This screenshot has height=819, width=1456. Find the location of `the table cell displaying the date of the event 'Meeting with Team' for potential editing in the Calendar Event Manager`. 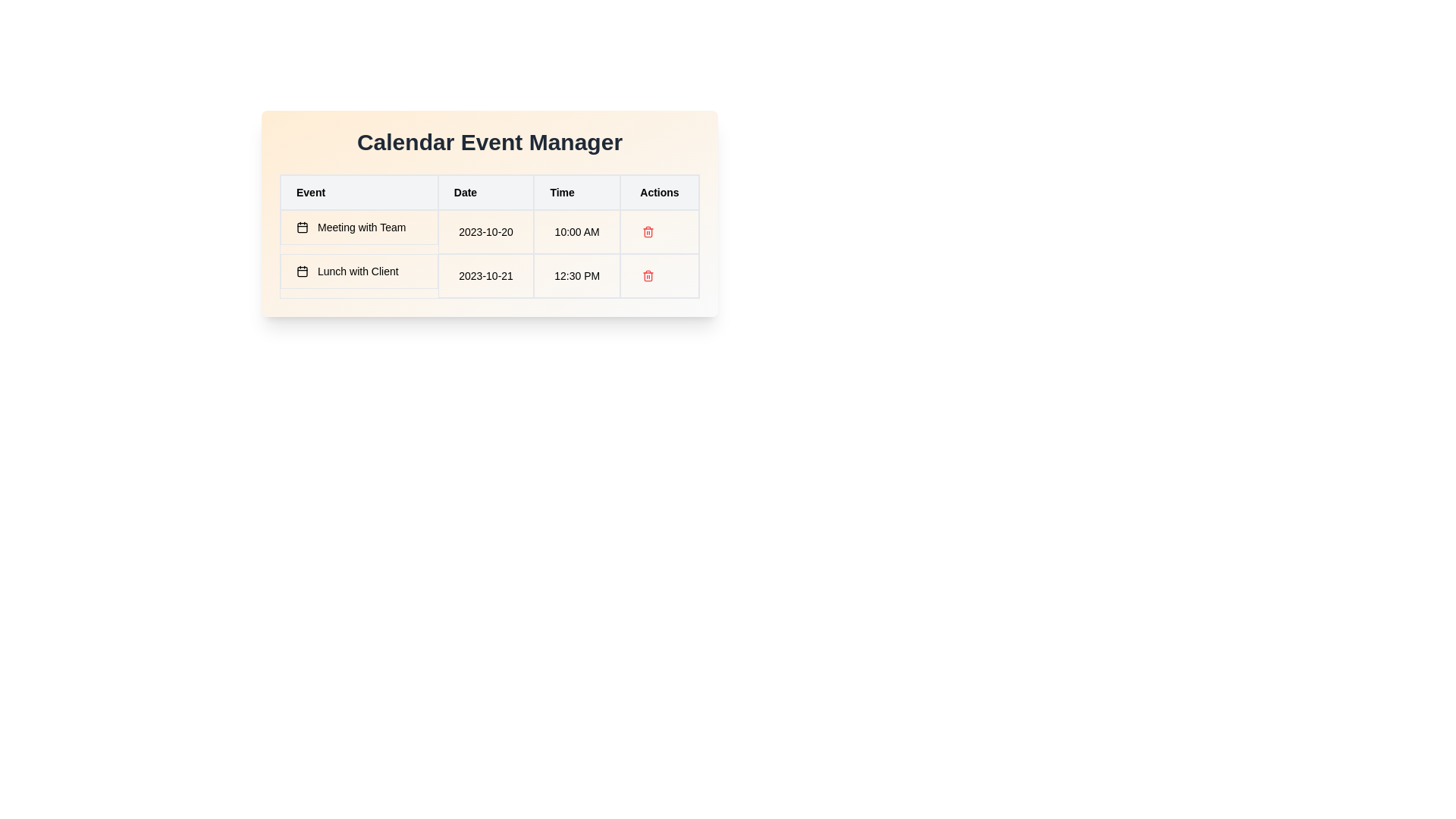

the table cell displaying the date of the event 'Meeting with Team' for potential editing in the Calendar Event Manager is located at coordinates (490, 213).